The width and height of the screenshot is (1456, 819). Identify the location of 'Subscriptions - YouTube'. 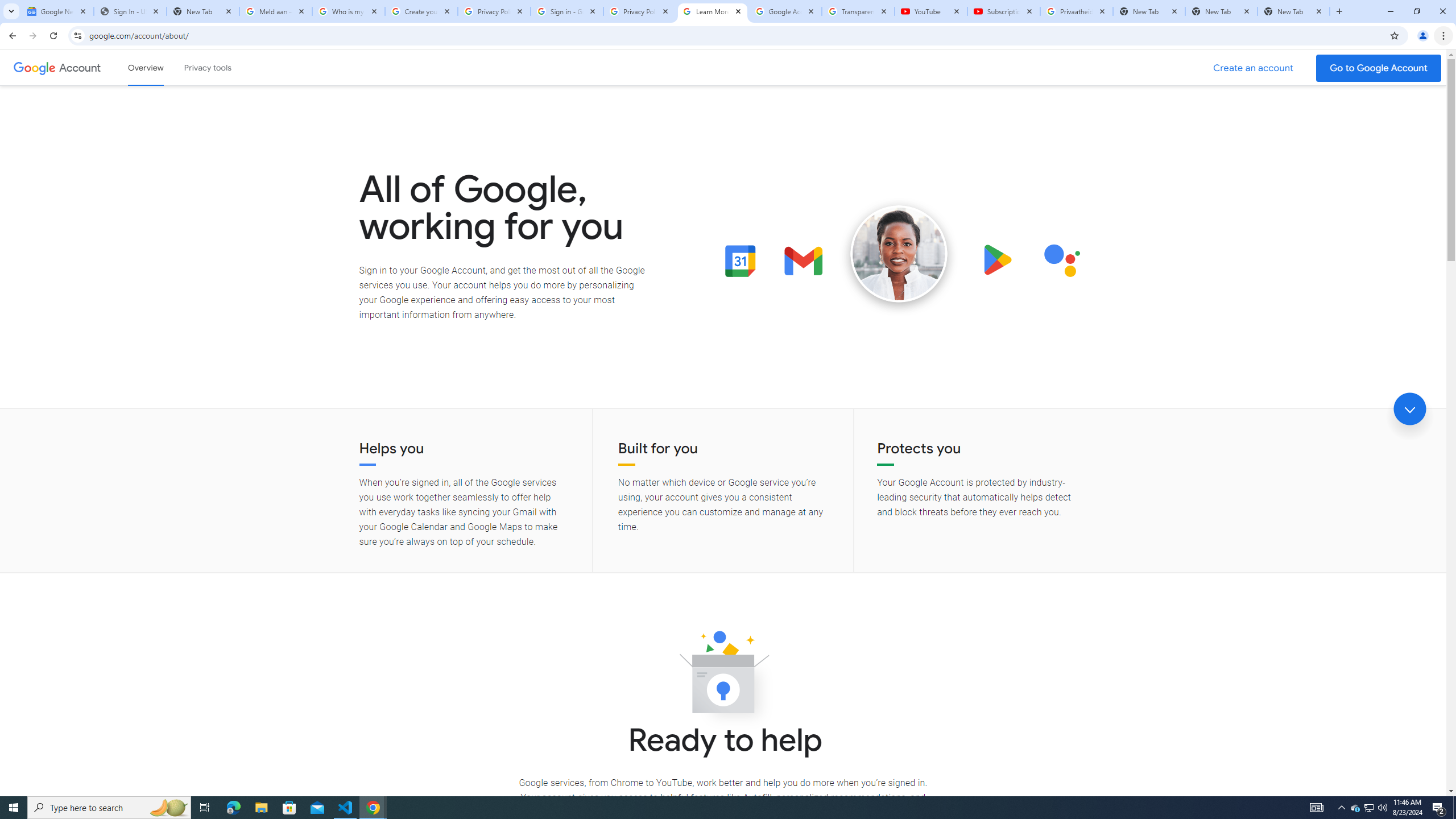
(1004, 11).